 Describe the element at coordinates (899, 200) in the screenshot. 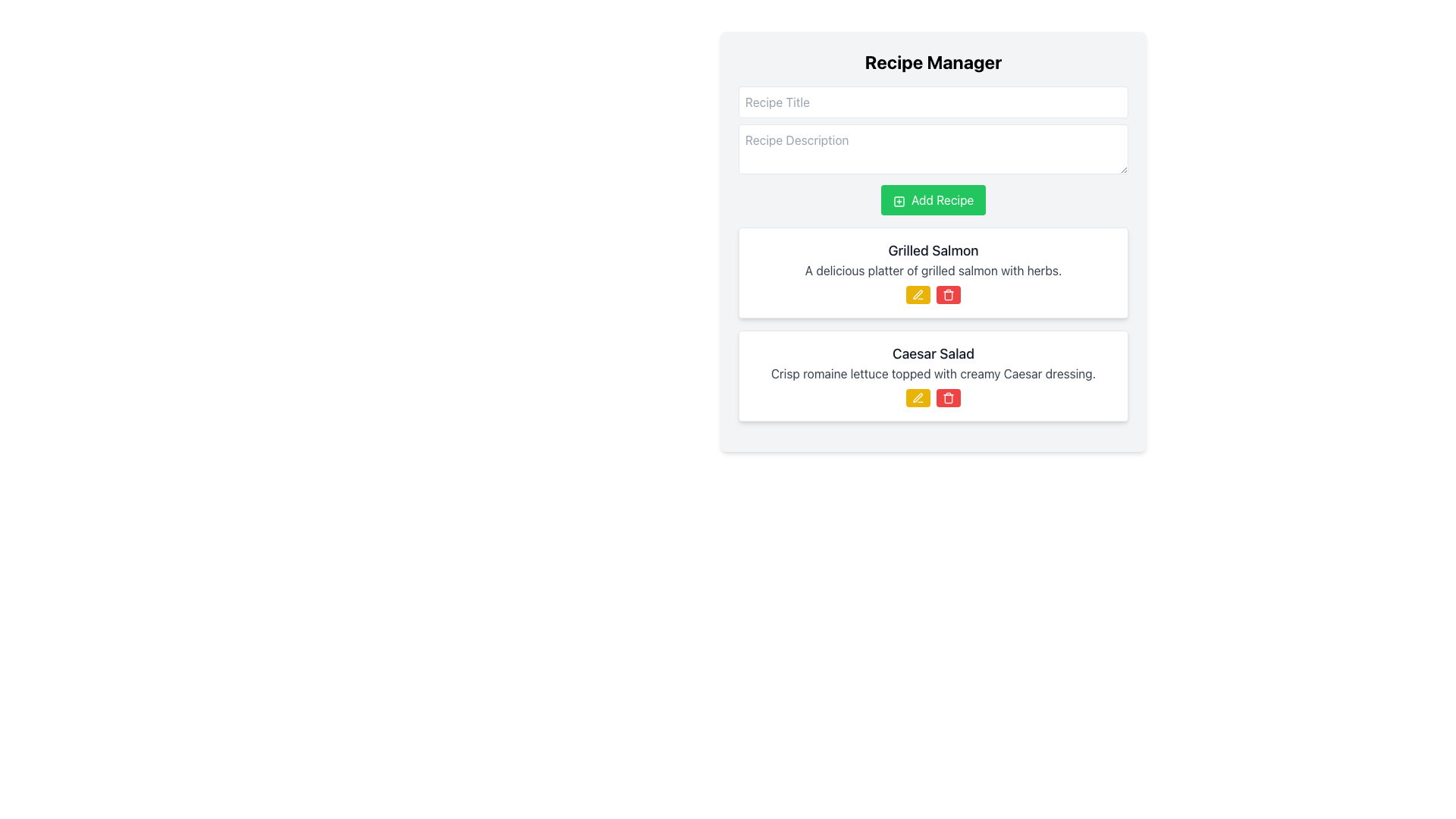

I see `the small square with a green backdrop within the 'Add Recipe' button in the Recipe Manager interface` at that location.